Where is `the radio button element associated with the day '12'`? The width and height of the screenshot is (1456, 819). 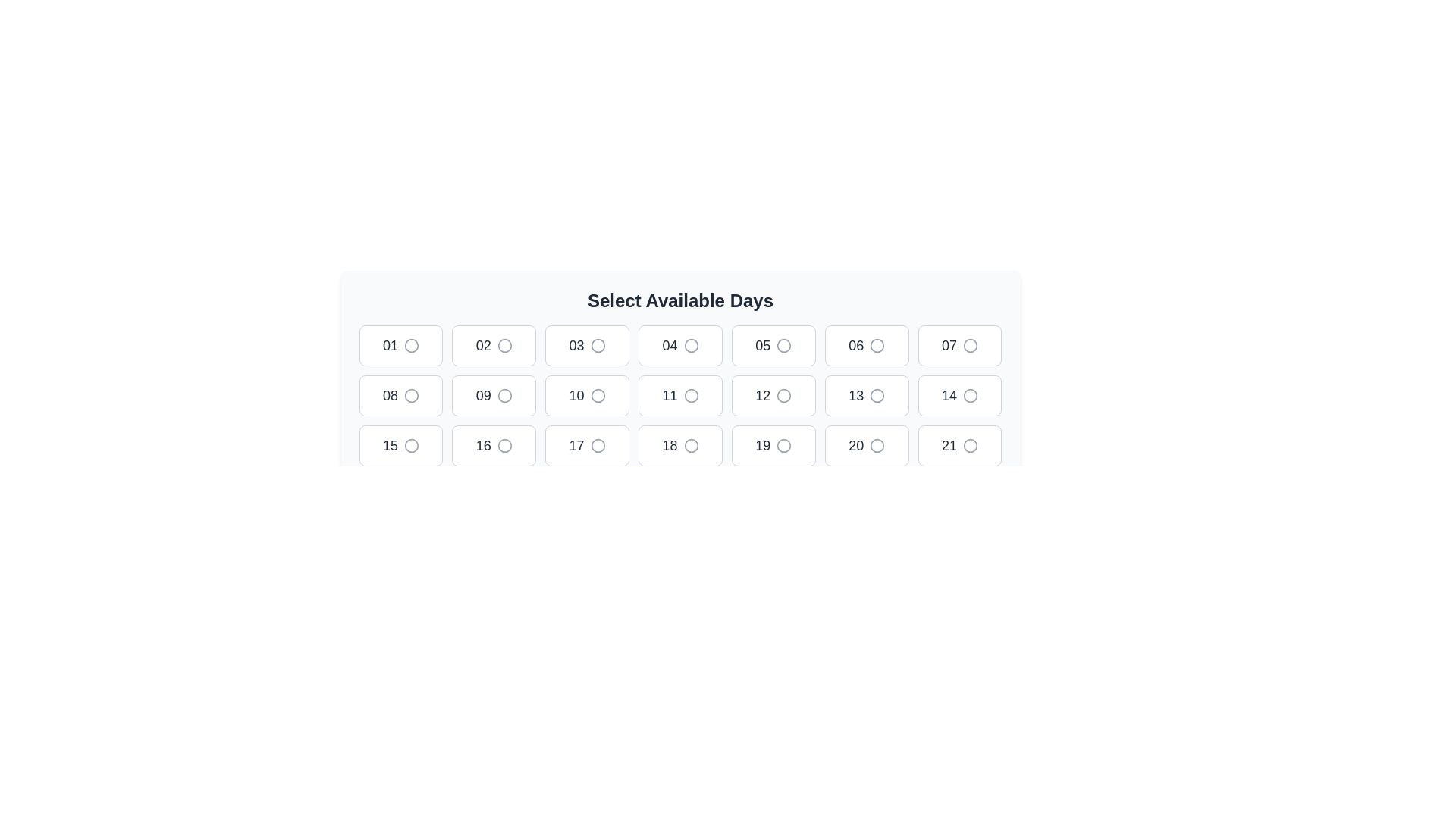 the radio button element associated with the day '12' is located at coordinates (784, 394).